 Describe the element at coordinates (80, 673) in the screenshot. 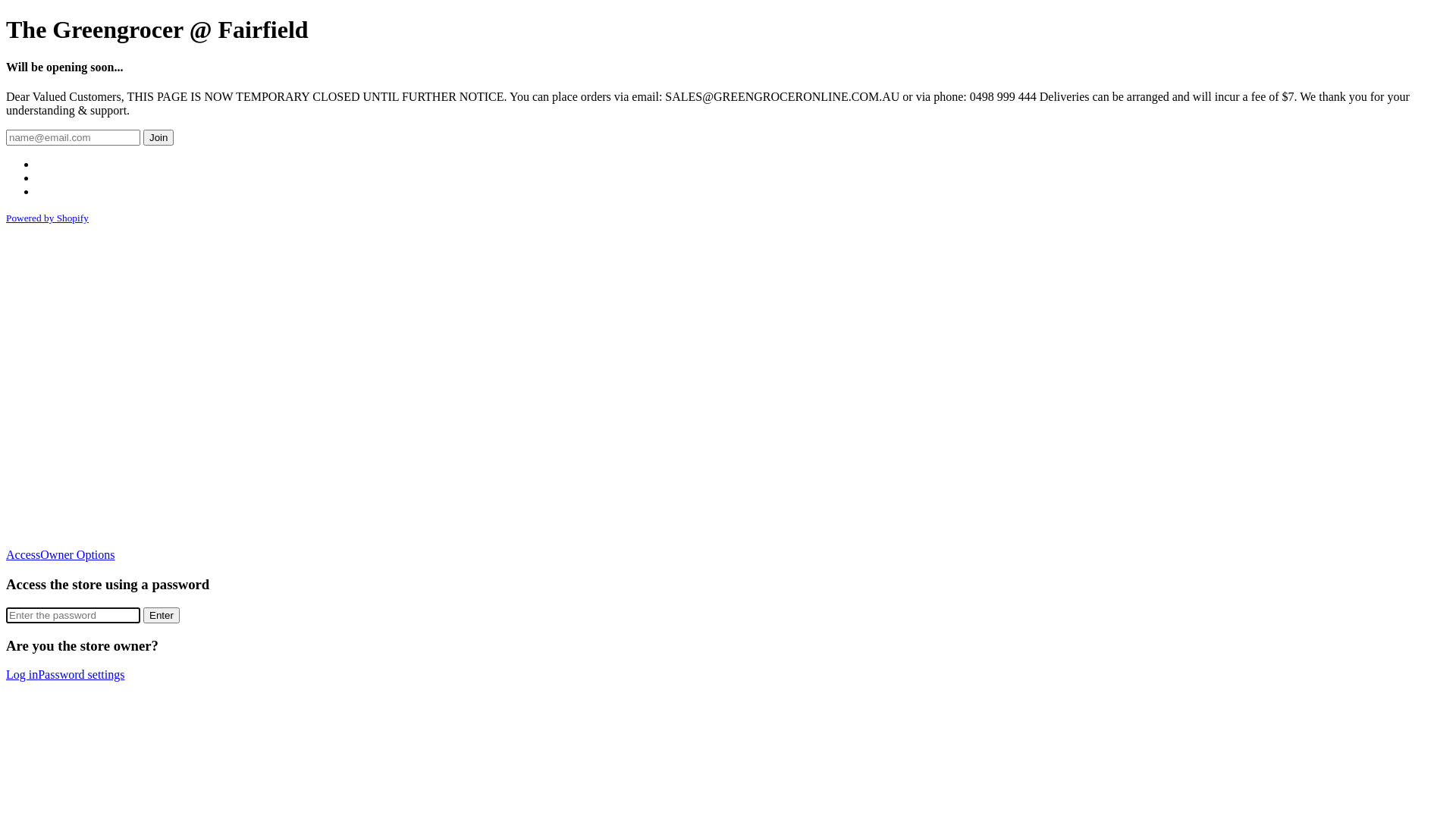

I see `'Password settings'` at that location.